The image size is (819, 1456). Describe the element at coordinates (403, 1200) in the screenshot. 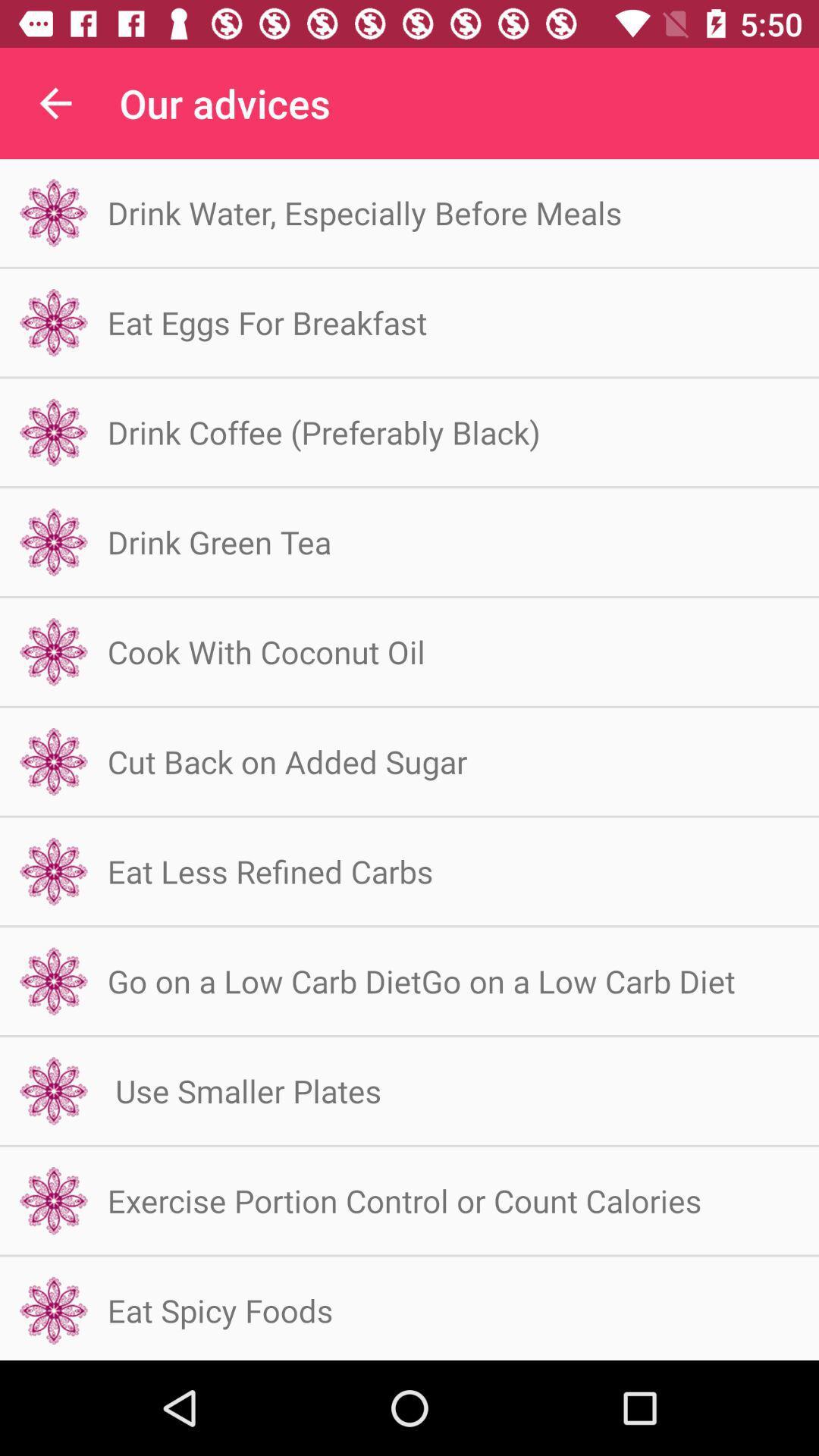

I see `the exercise portion control` at that location.